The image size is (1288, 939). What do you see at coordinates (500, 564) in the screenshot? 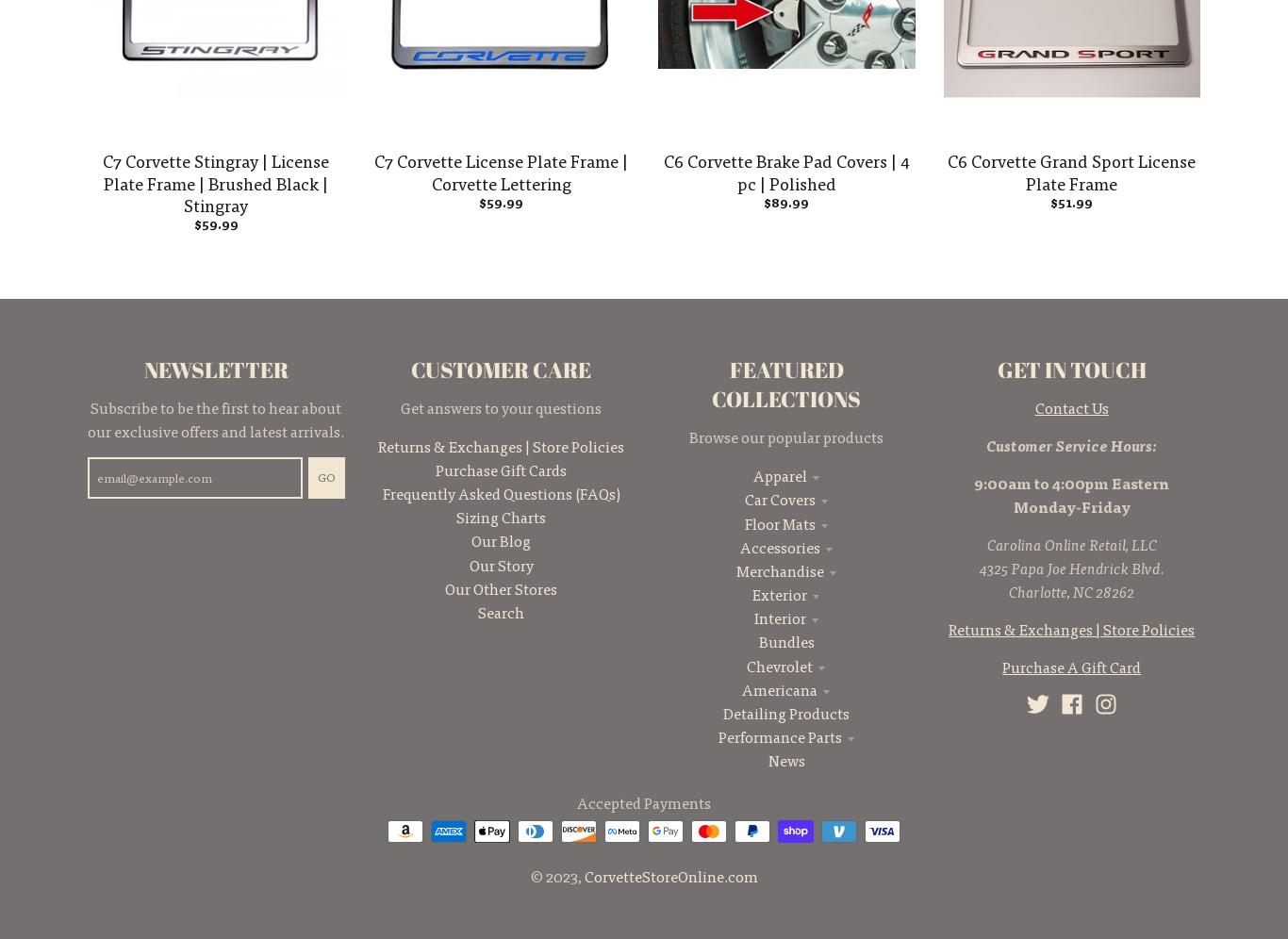
I see `'Our Story'` at bounding box center [500, 564].